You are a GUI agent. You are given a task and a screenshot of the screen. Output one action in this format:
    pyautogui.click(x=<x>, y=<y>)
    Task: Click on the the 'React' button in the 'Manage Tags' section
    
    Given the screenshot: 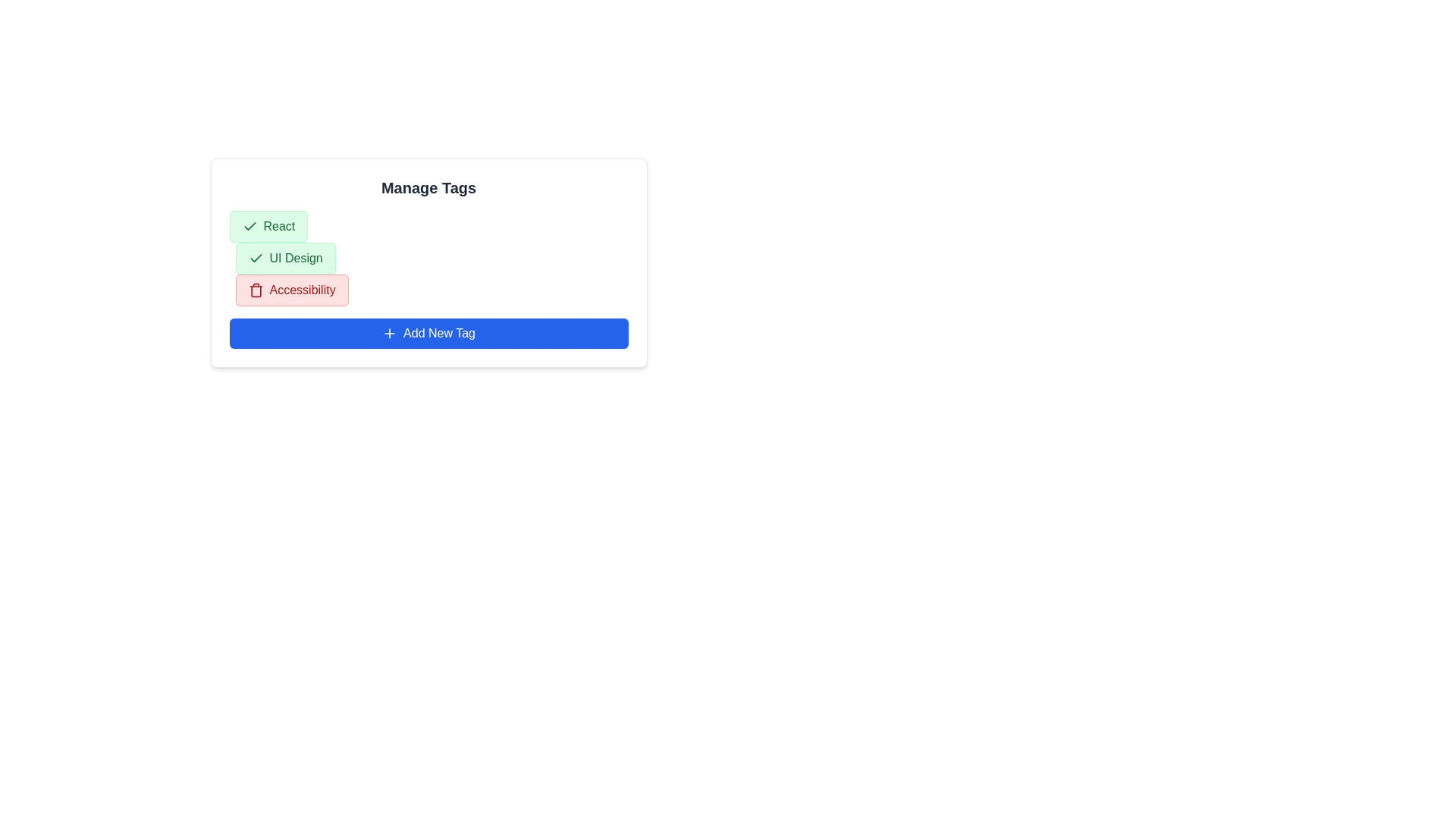 What is the action you would take?
    pyautogui.click(x=268, y=227)
    